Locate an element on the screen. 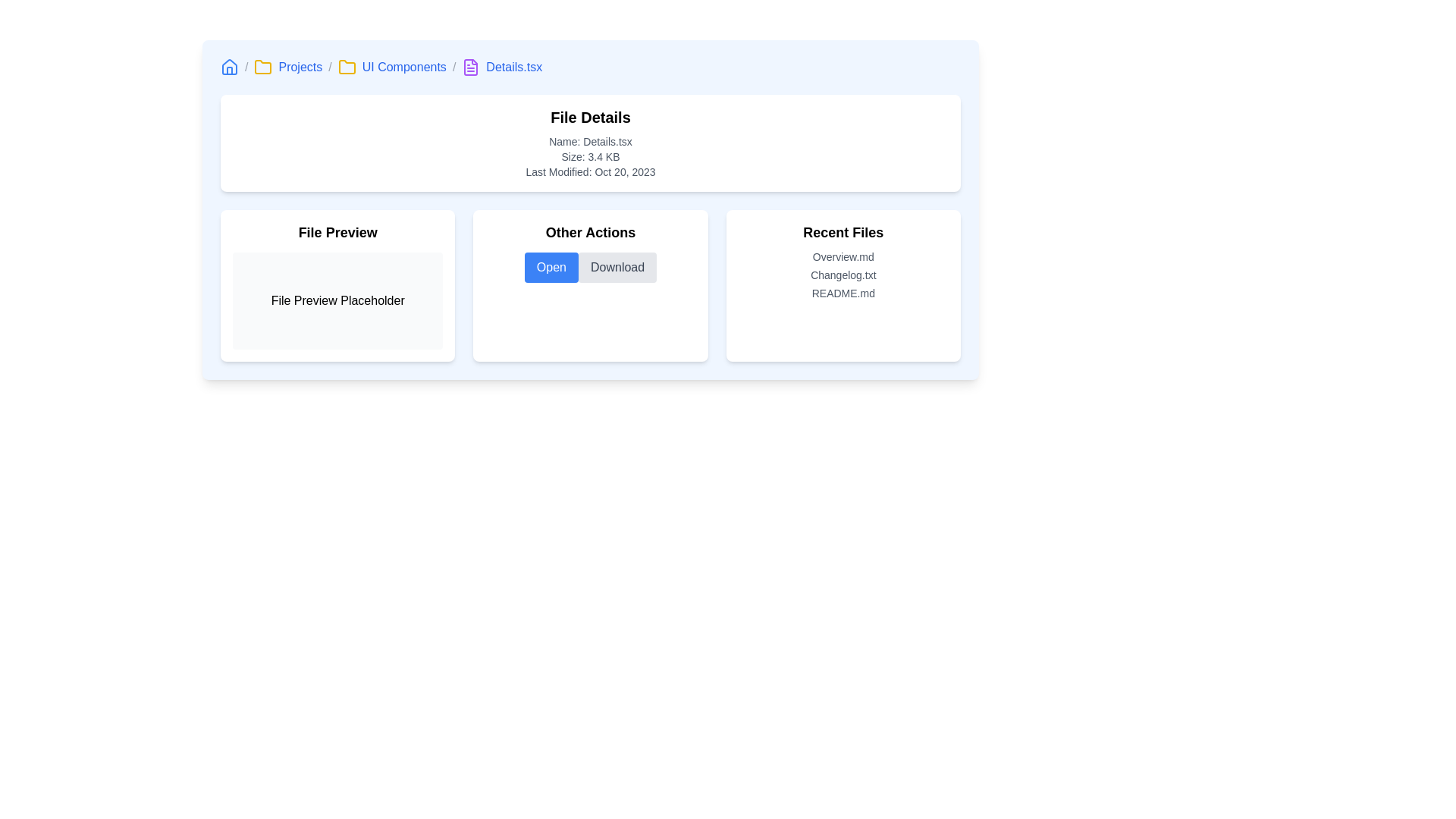 Image resolution: width=1456 pixels, height=819 pixels. the Text Label displaying the current file or location in the breadcrumb navigation system, which is the last item in the sequence '/Projects/UI Components/Details.tsx' is located at coordinates (513, 66).